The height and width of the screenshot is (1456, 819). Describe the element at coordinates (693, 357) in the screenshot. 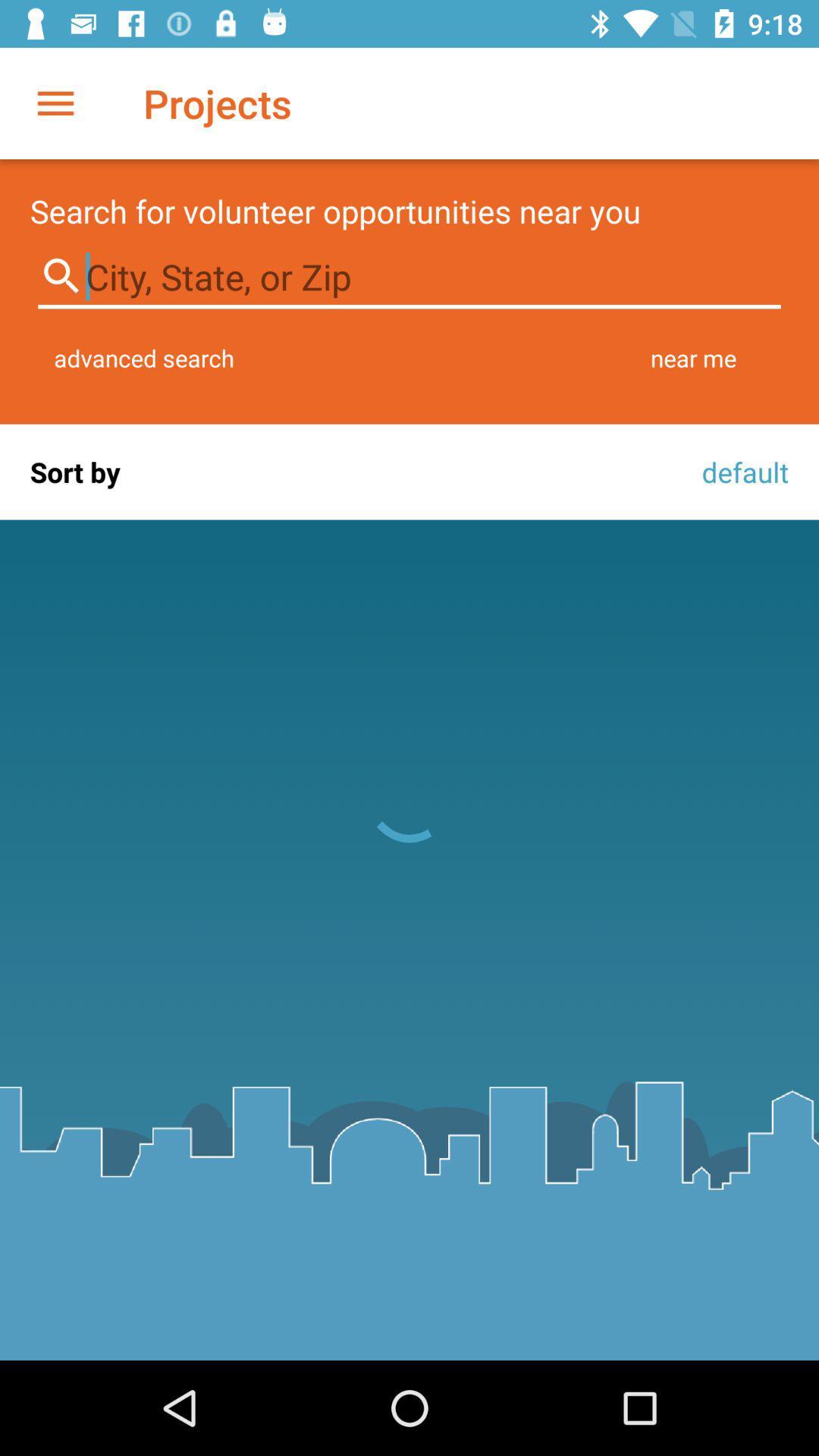

I see `near me` at that location.